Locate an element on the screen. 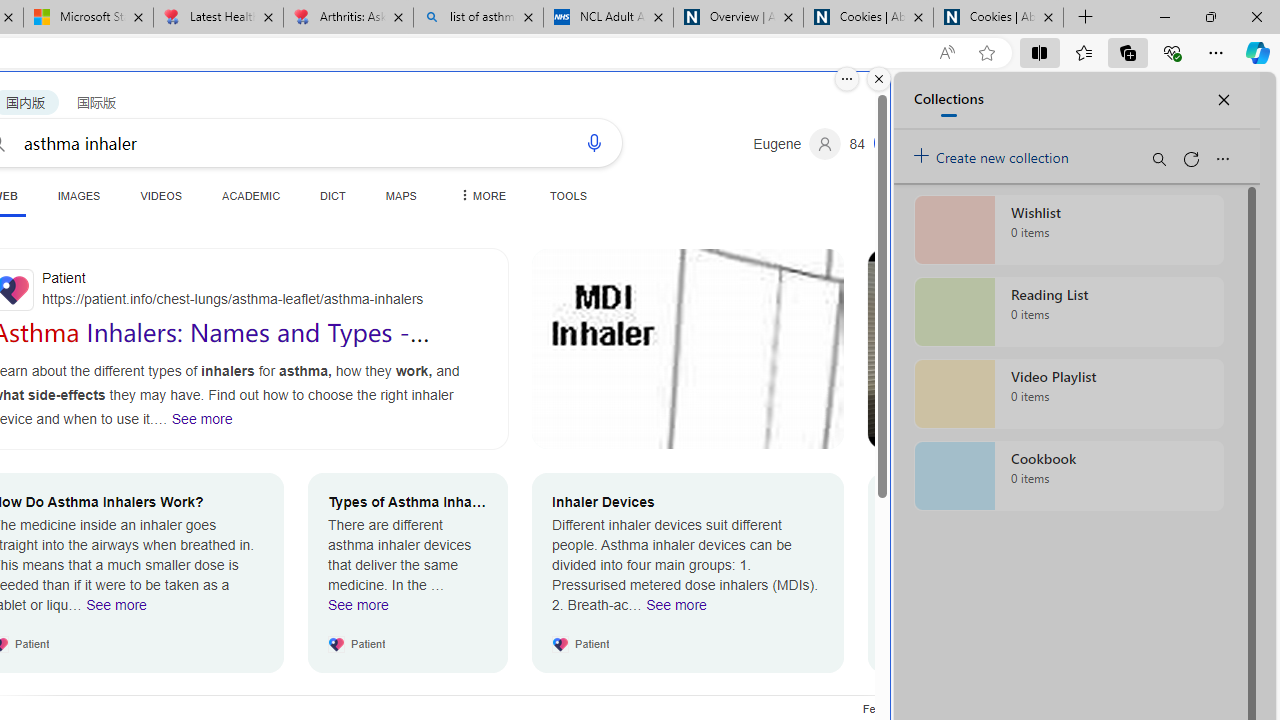 The image size is (1280, 720). 'Cookies | About | NICE' is located at coordinates (999, 17).